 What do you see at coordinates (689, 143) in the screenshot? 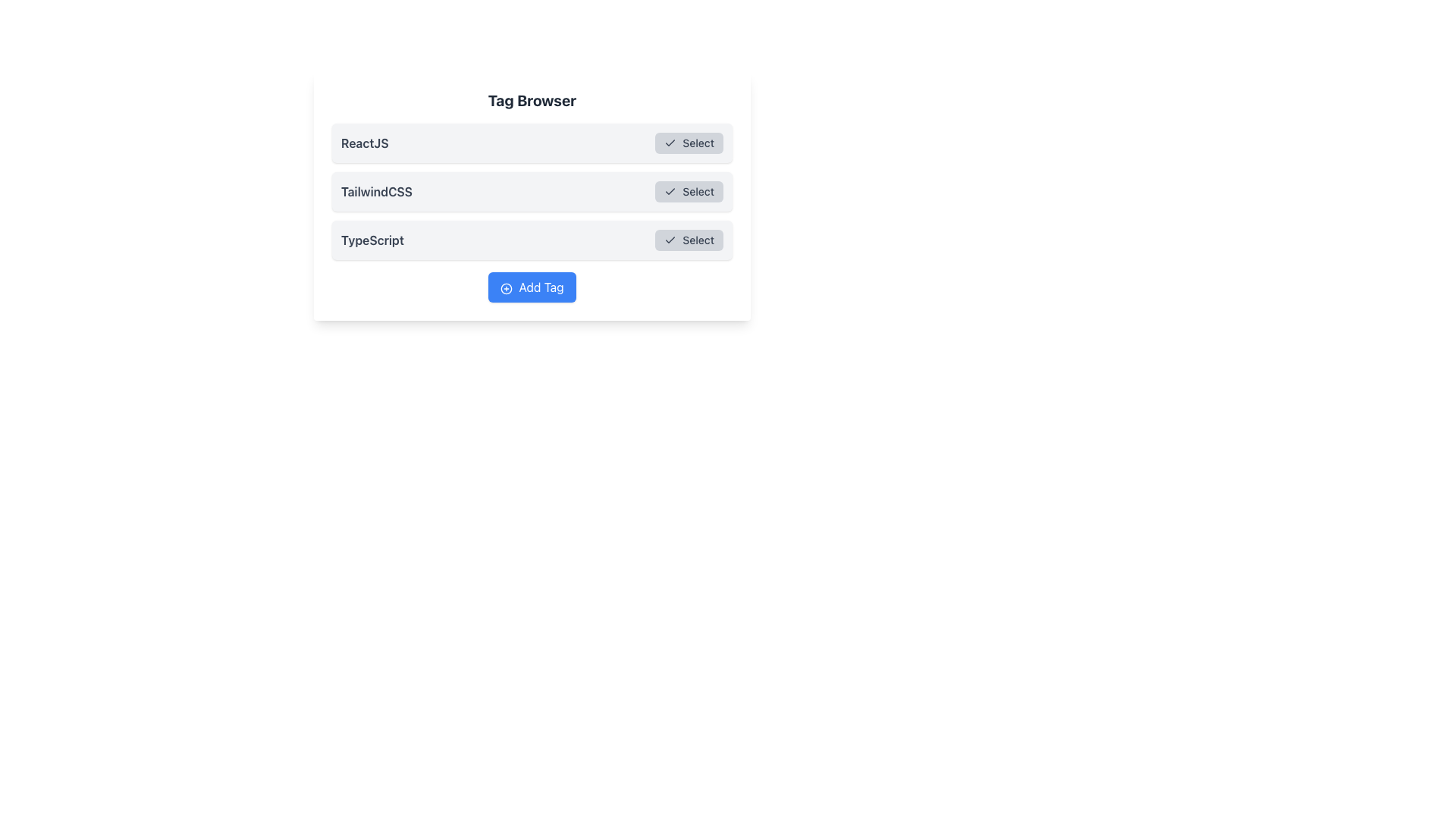
I see `the 'Select' button with a checkmark icon located in the top row corresponding to 'ReactJS'` at bounding box center [689, 143].